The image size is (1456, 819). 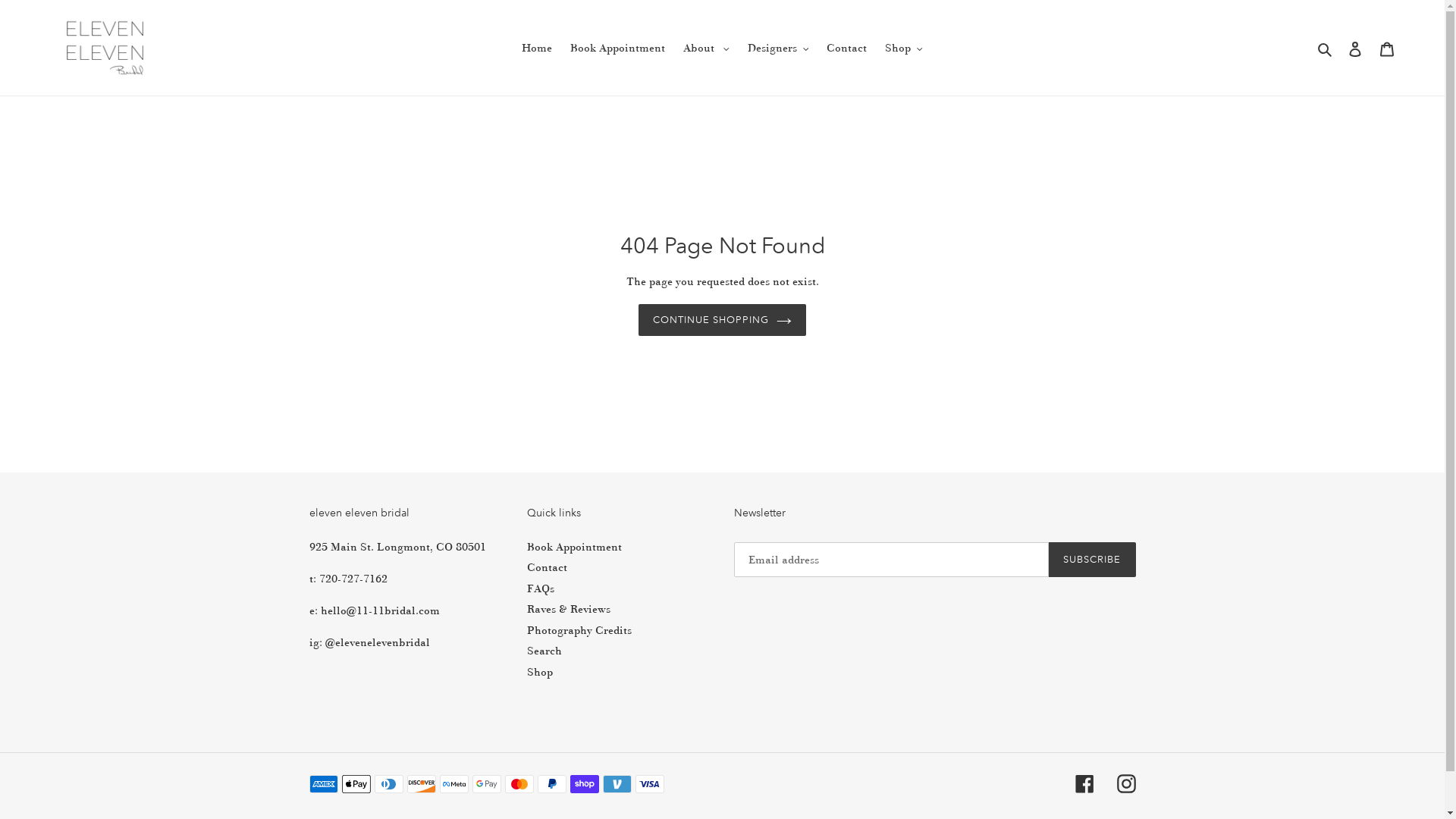 What do you see at coordinates (1325, 47) in the screenshot?
I see `'Search'` at bounding box center [1325, 47].